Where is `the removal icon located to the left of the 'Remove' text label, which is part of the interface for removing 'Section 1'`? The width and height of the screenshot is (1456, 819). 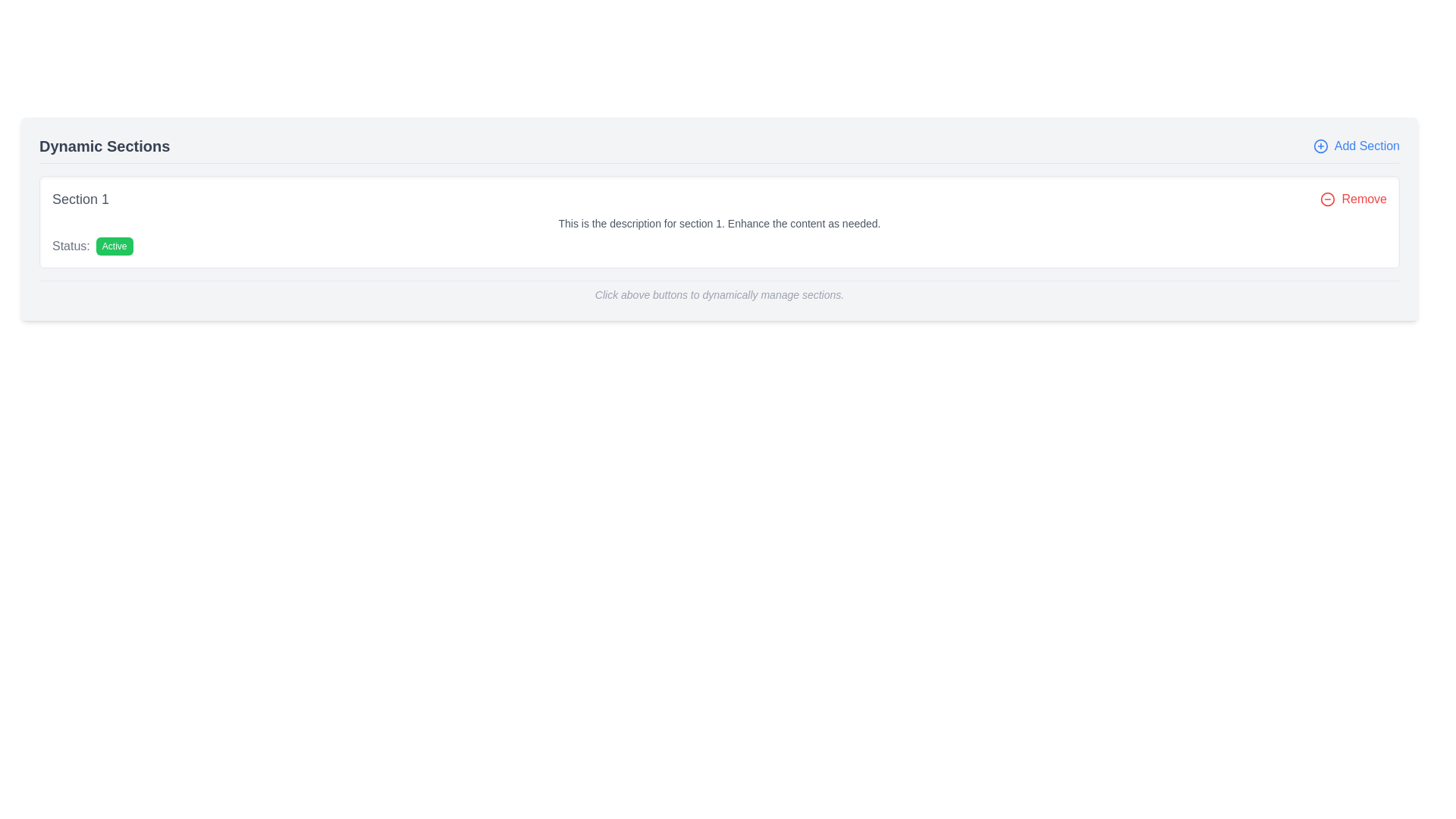
the removal icon located to the left of the 'Remove' text label, which is part of the interface for removing 'Section 1' is located at coordinates (1327, 198).